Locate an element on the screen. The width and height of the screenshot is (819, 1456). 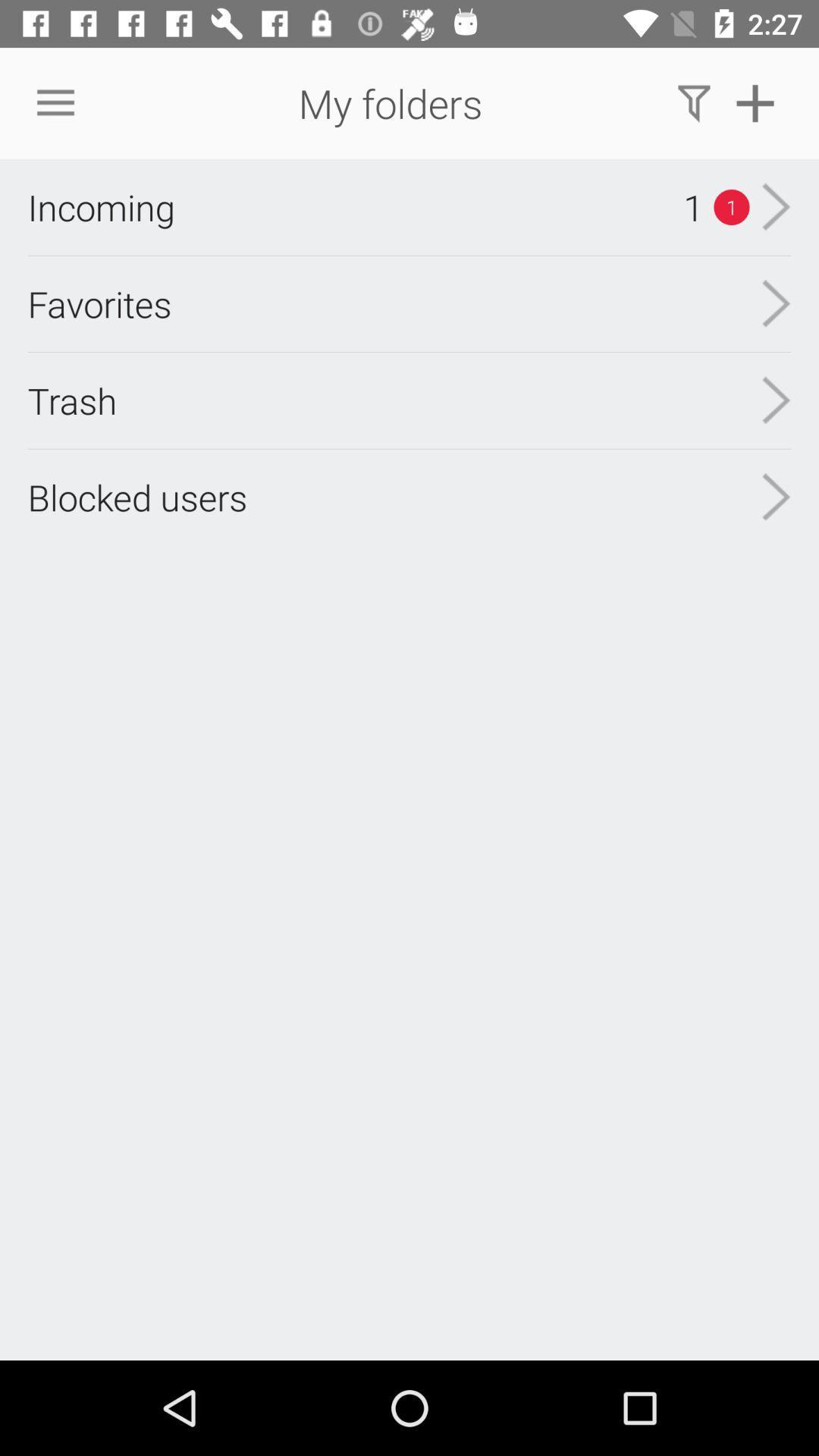
the item to the left of the my folders item is located at coordinates (55, 102).